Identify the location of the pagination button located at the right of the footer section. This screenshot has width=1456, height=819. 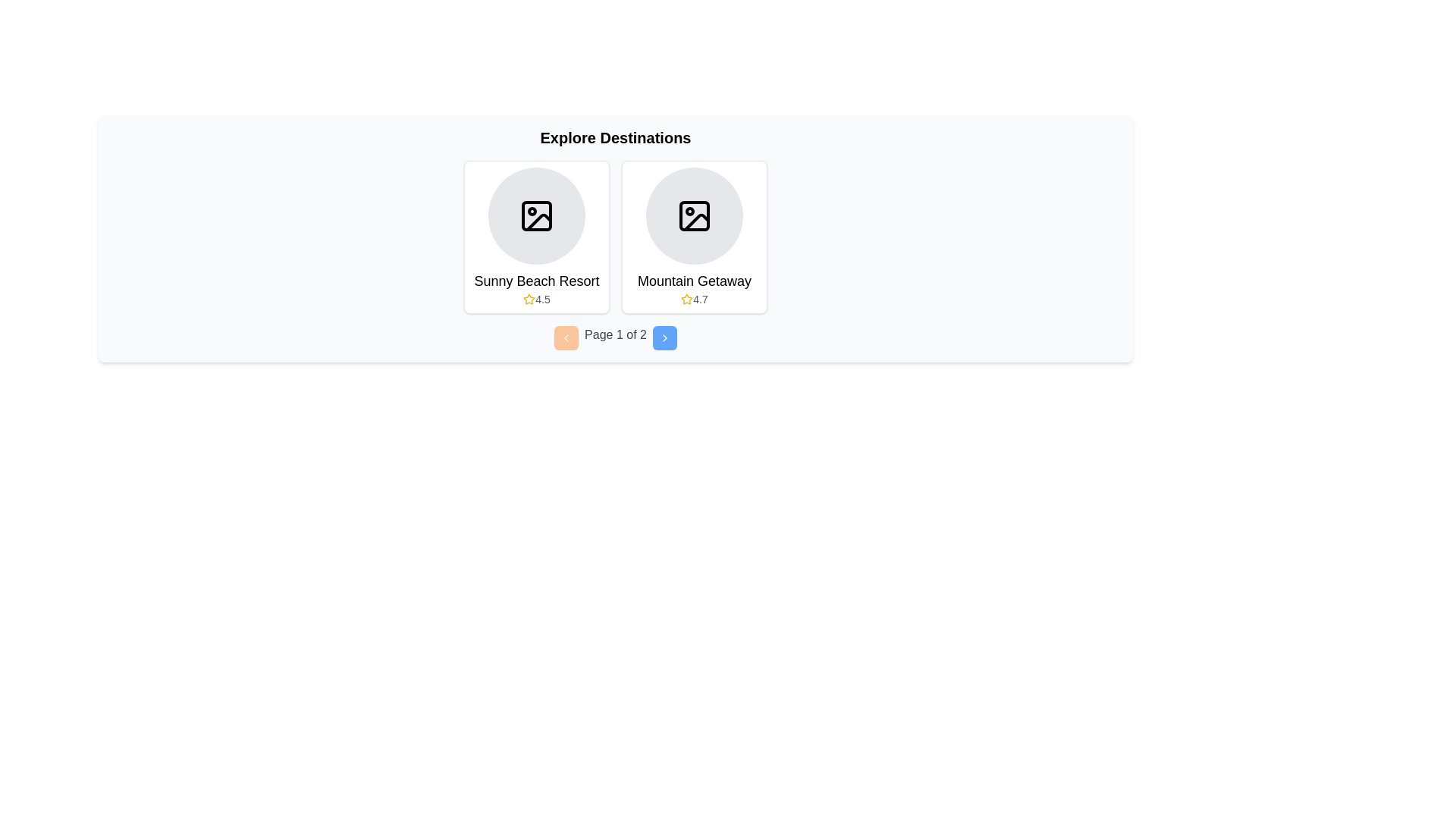
(664, 337).